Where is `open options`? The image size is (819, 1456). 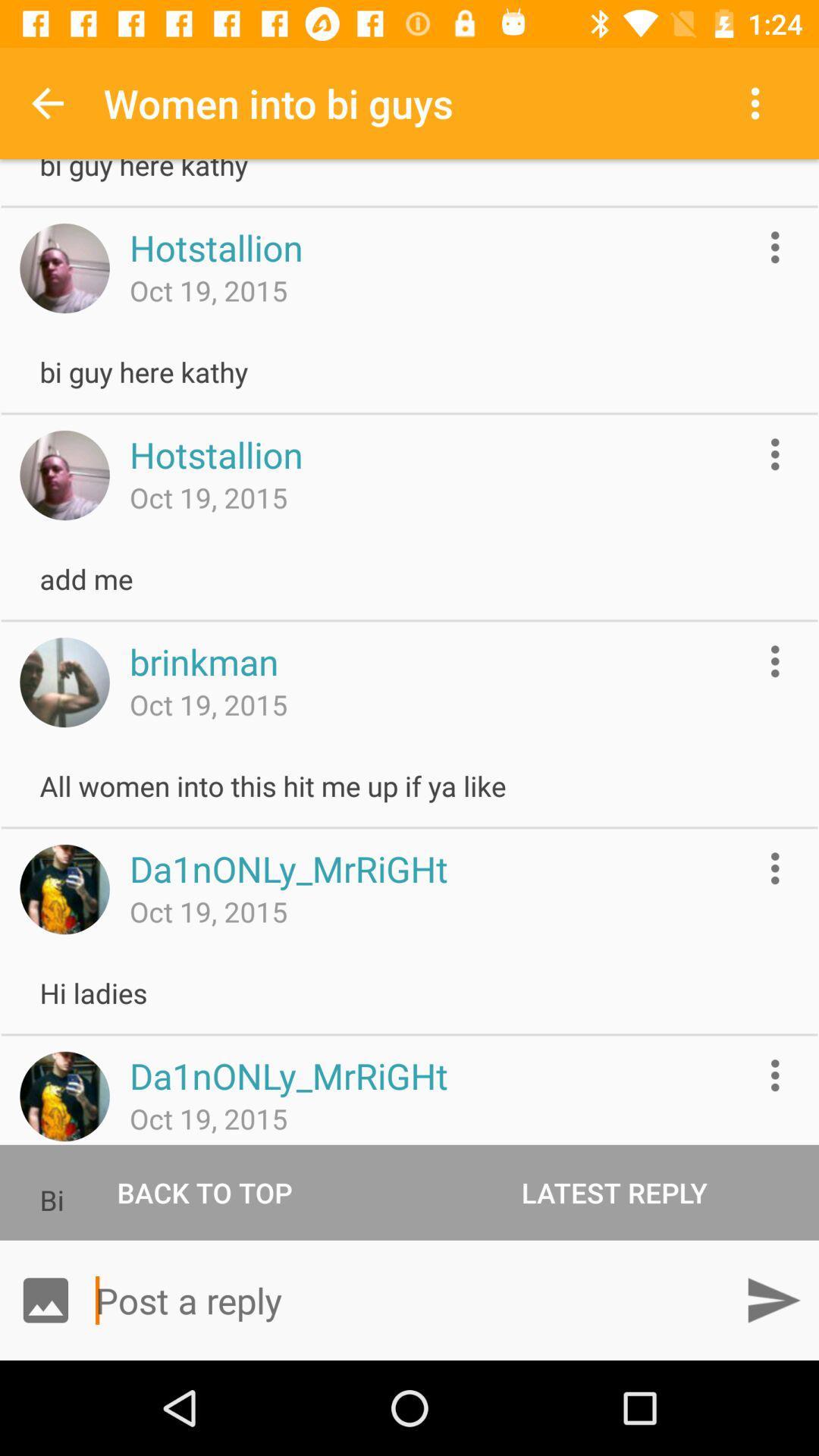 open options is located at coordinates (775, 661).